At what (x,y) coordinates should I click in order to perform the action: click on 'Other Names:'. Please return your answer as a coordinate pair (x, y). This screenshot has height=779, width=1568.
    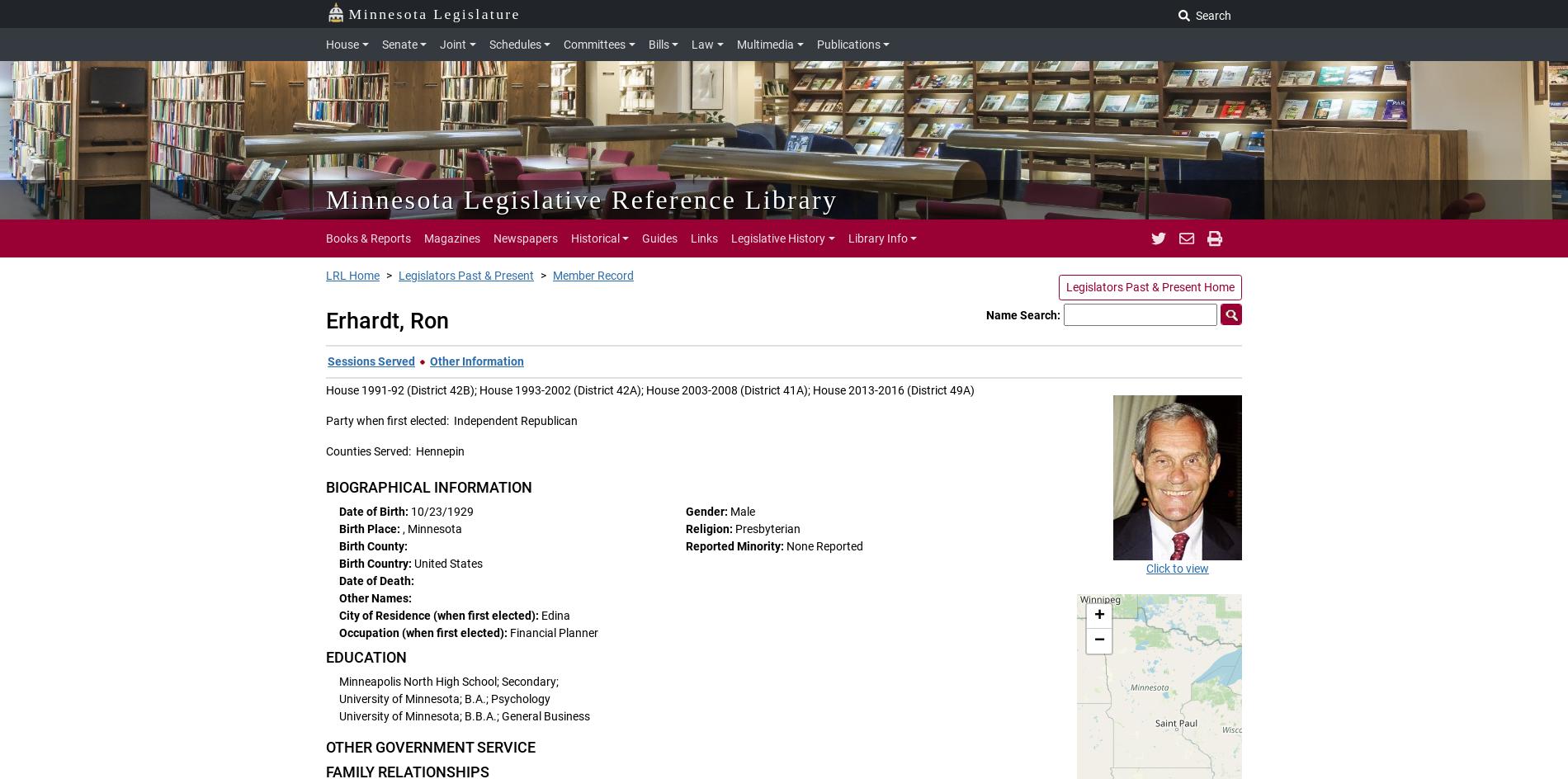
    Looking at the image, I should click on (375, 597).